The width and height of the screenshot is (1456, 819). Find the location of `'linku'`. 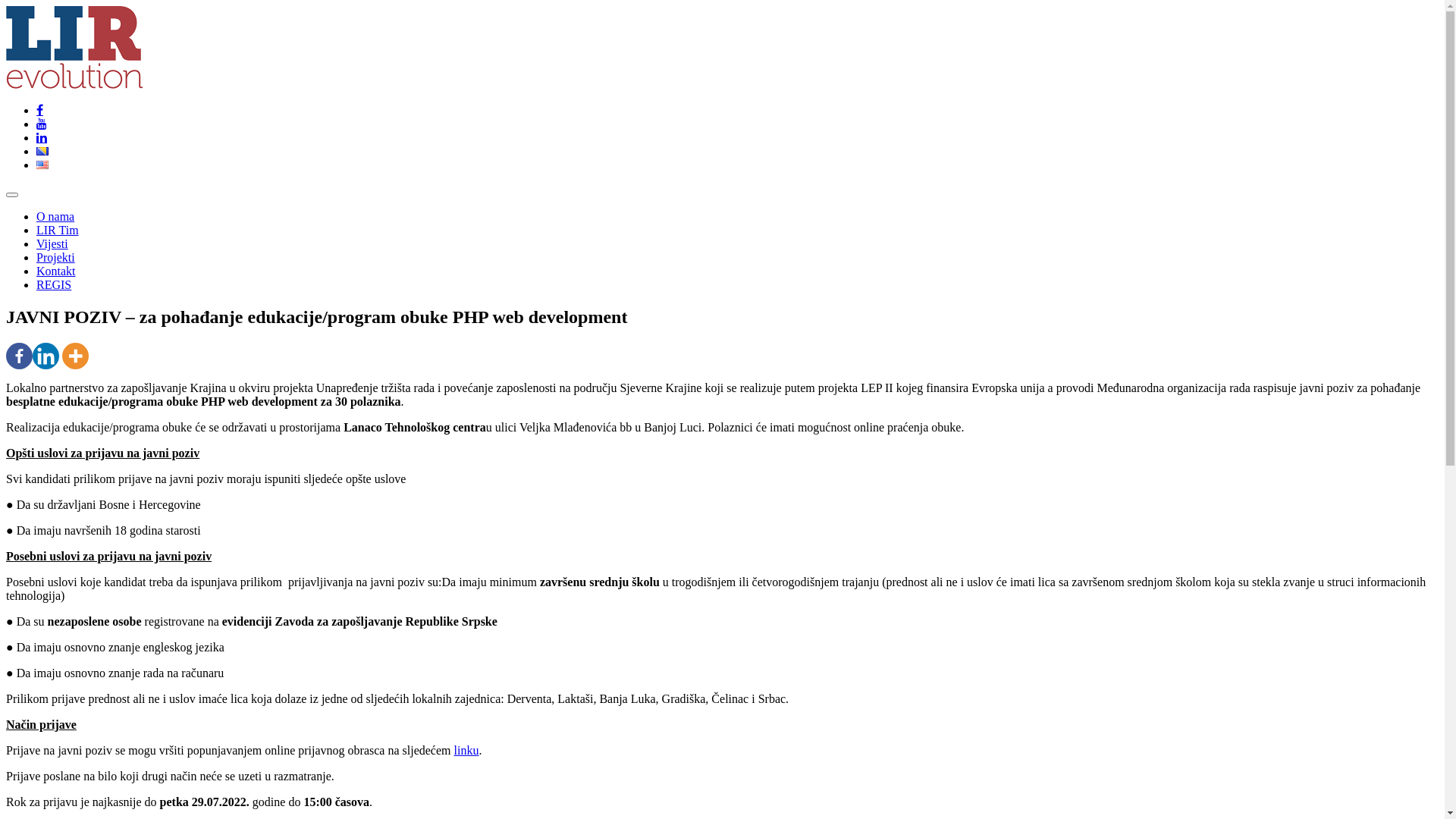

'linku' is located at coordinates (466, 749).